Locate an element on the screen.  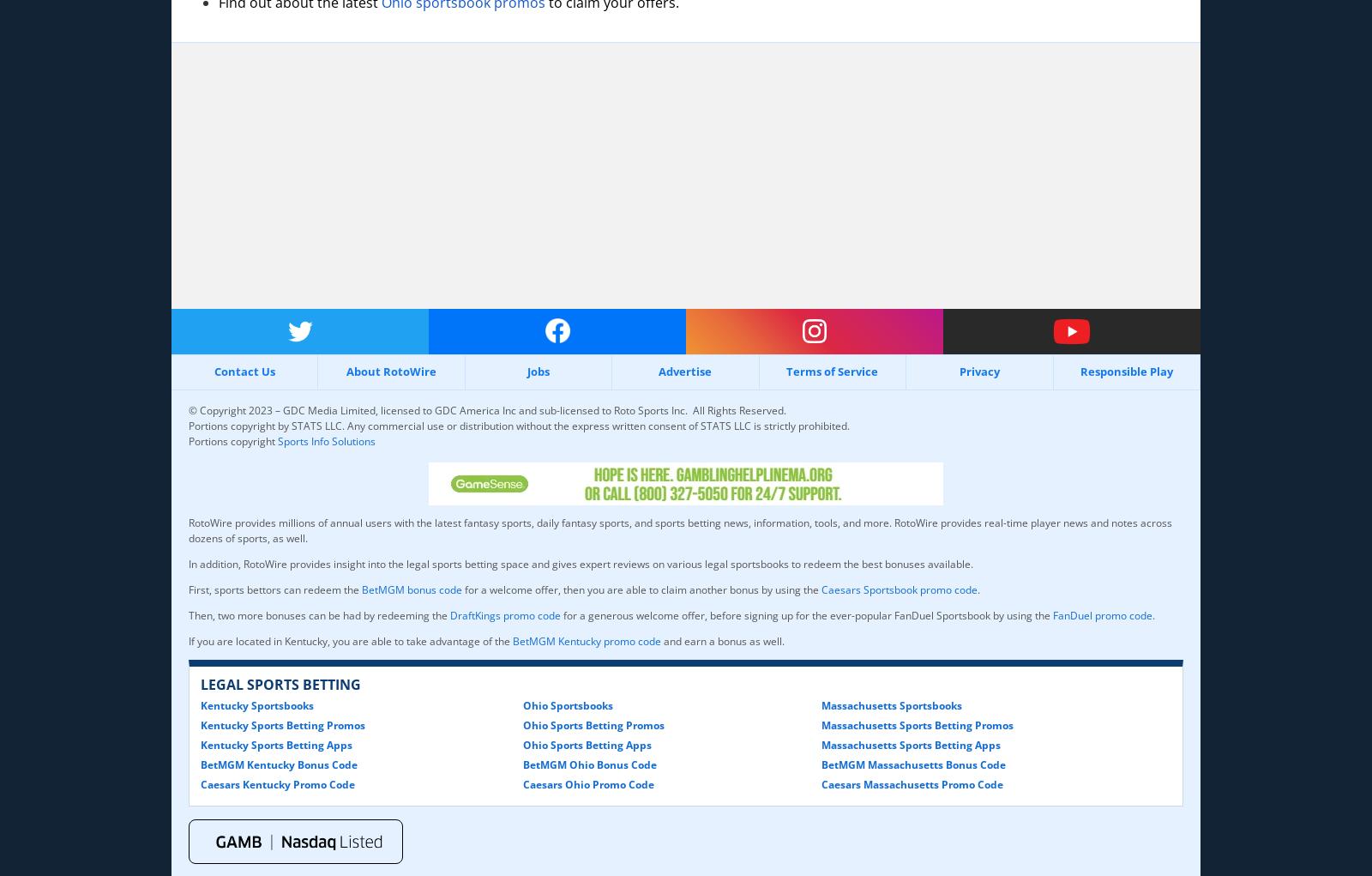
'BetMGM bonus code' is located at coordinates (411, 589).